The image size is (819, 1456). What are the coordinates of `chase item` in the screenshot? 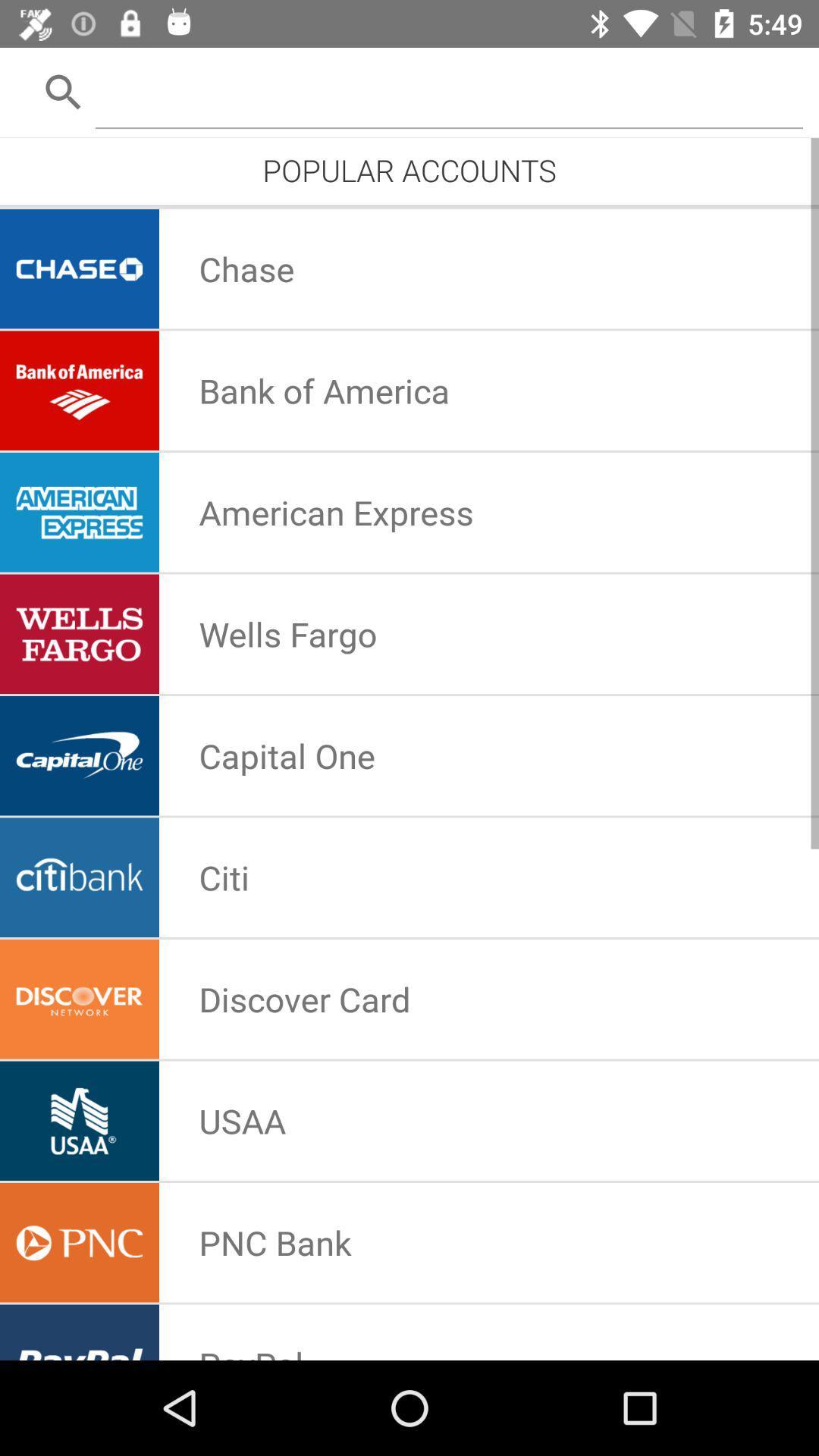 It's located at (246, 268).